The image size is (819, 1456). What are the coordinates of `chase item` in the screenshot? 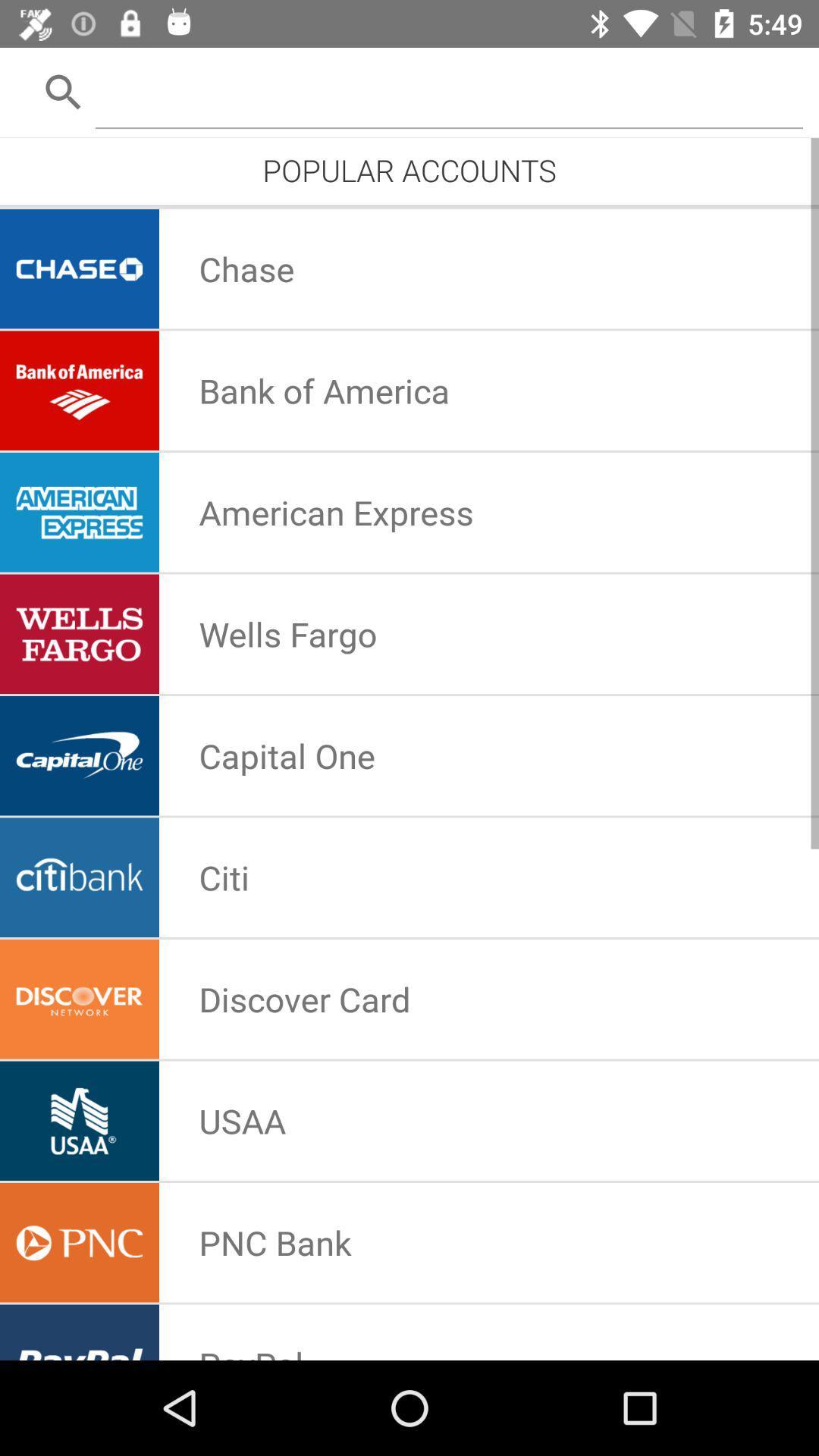 It's located at (246, 268).